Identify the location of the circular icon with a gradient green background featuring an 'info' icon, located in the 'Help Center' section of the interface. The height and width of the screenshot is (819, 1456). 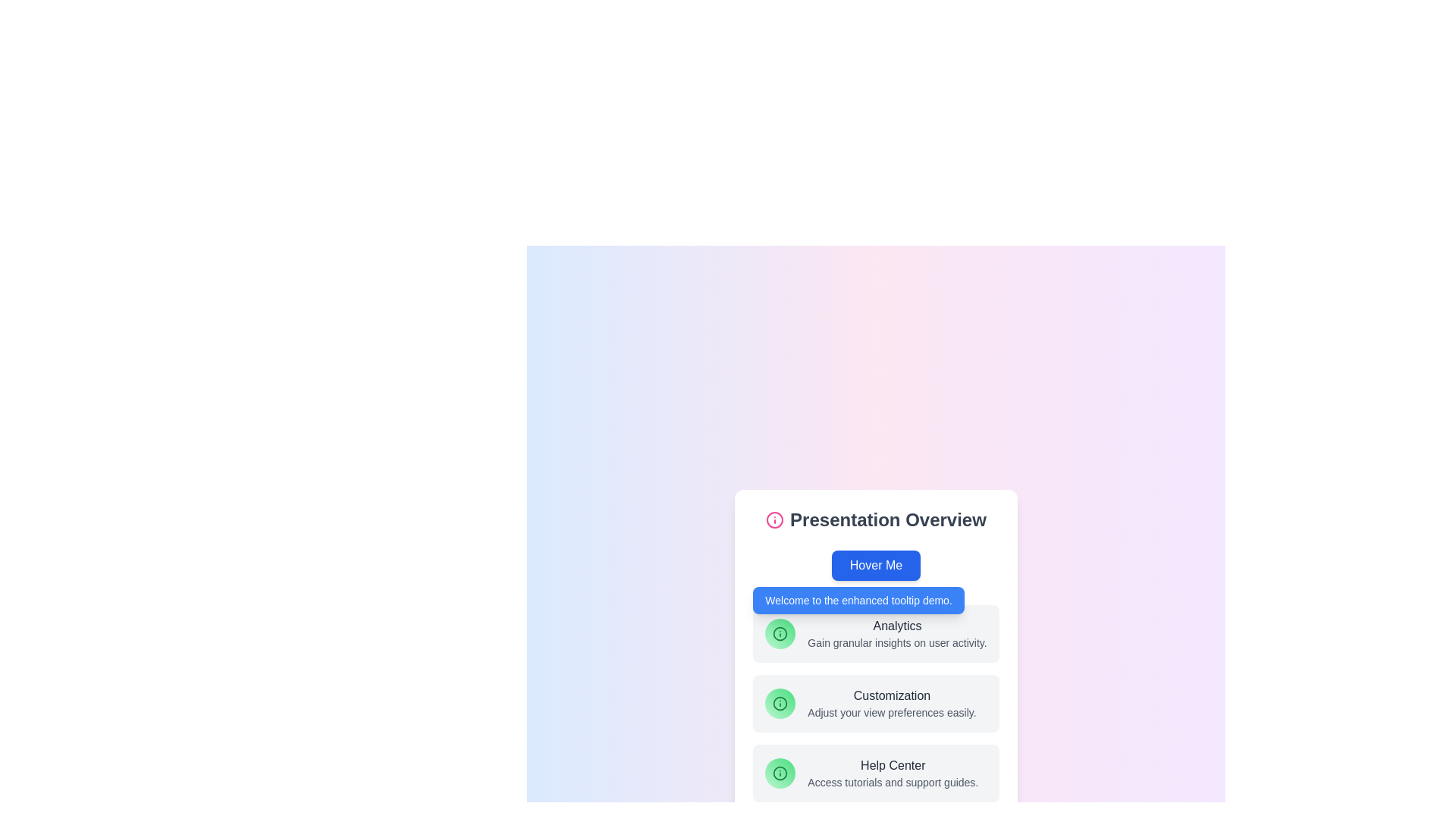
(780, 773).